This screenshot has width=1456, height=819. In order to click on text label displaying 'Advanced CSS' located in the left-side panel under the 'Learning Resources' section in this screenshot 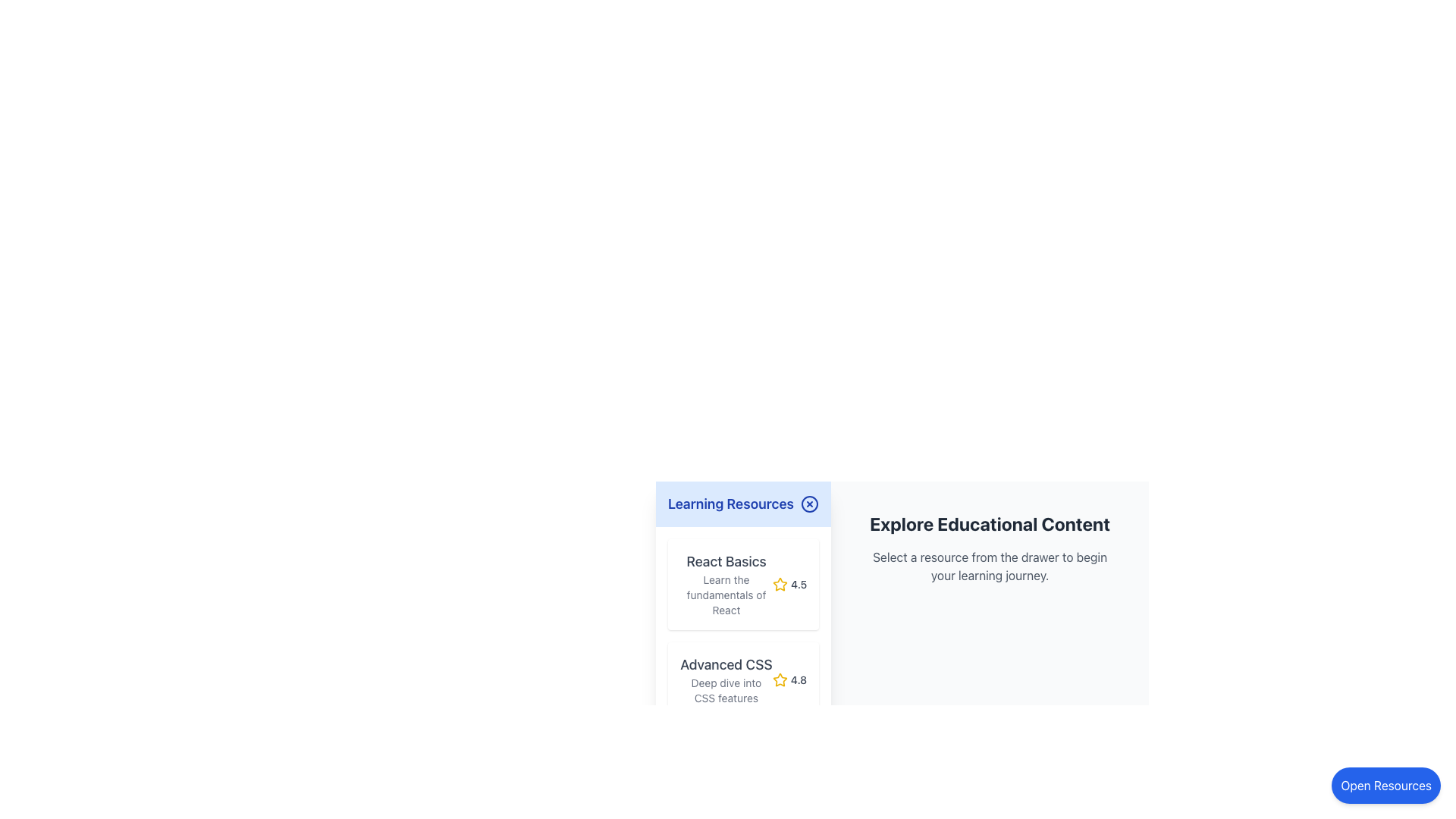, I will do `click(725, 664)`.